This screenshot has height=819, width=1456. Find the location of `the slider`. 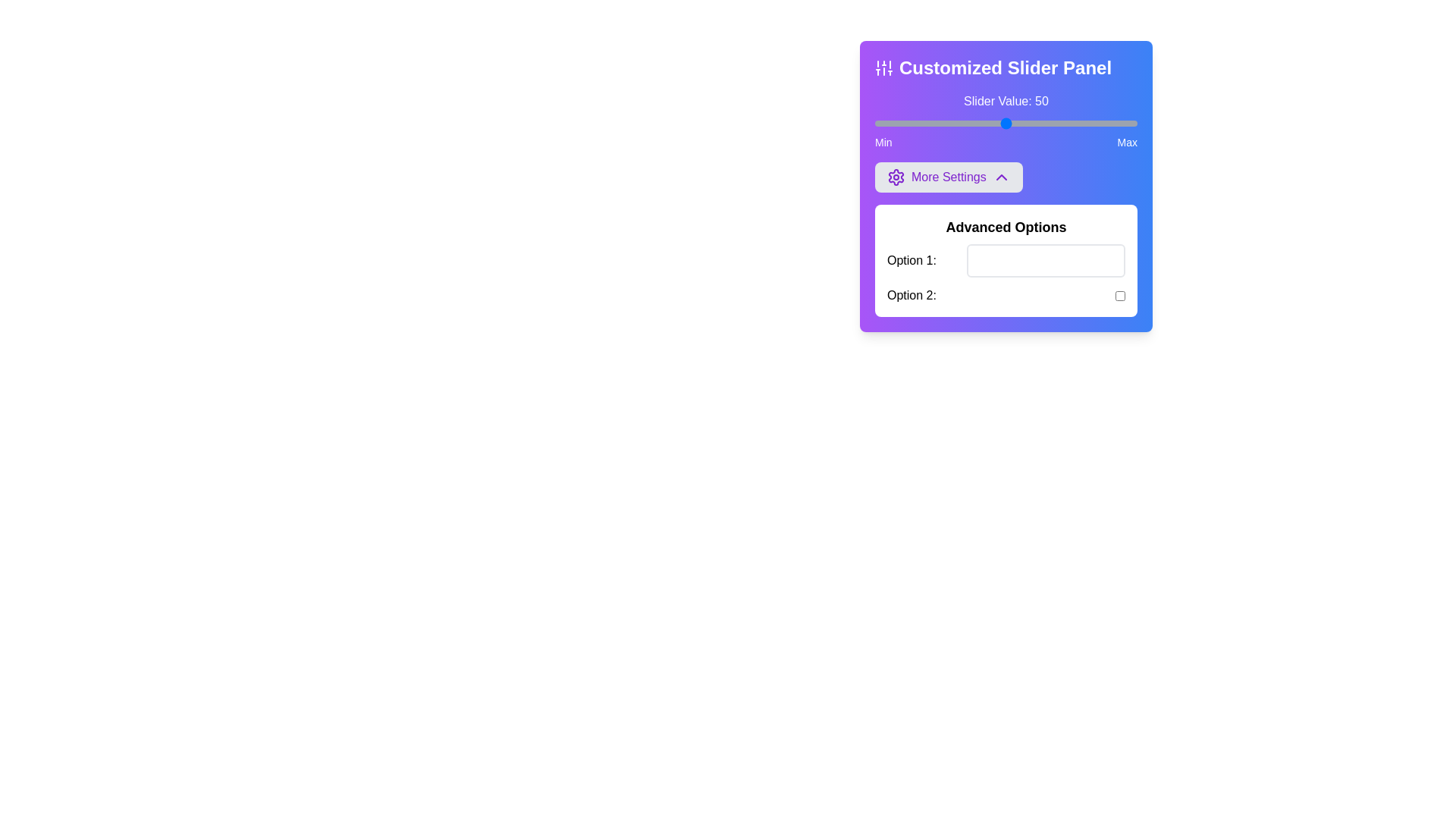

the slider is located at coordinates (947, 122).